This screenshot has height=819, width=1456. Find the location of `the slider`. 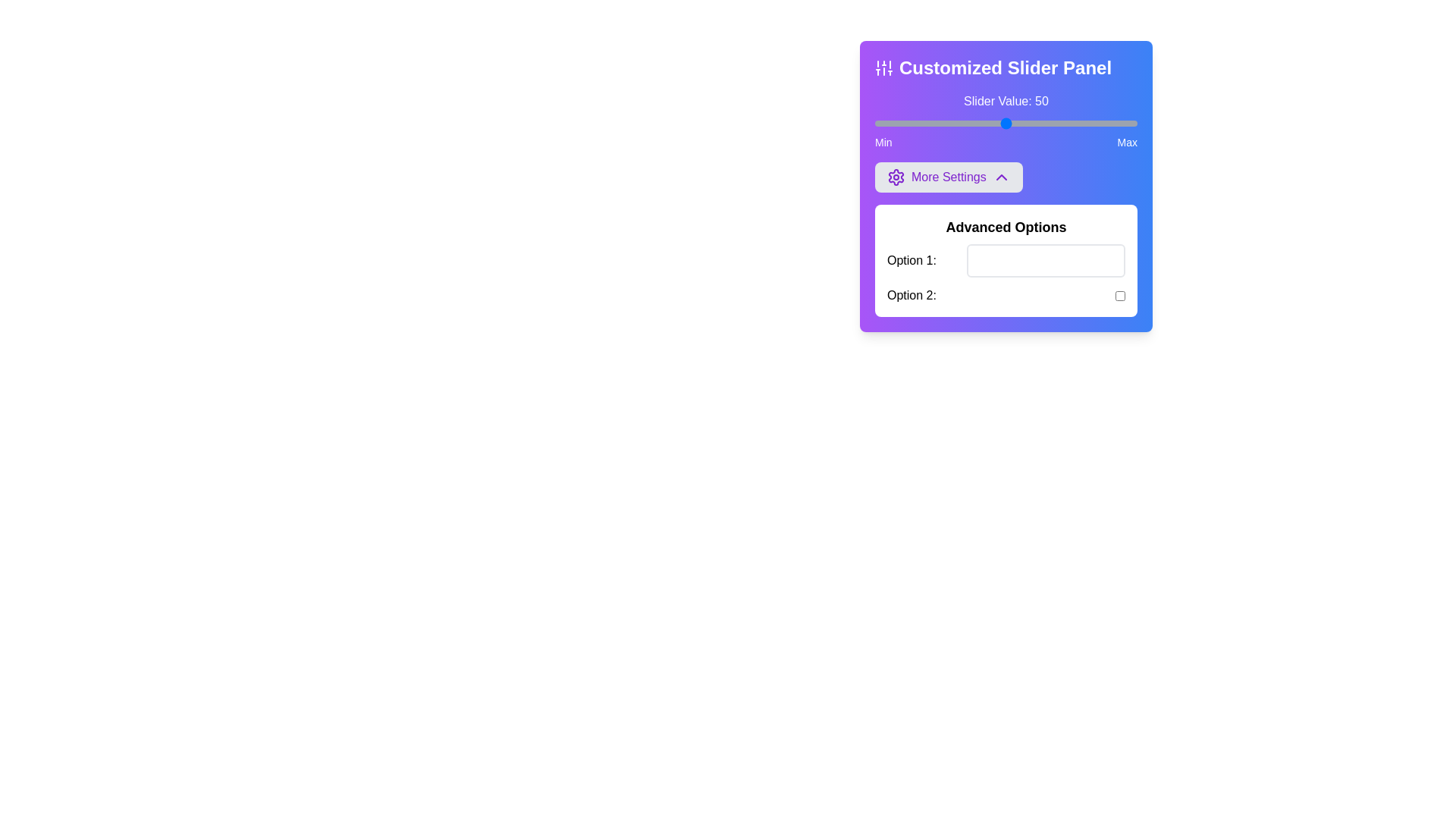

the slider is located at coordinates (947, 122).